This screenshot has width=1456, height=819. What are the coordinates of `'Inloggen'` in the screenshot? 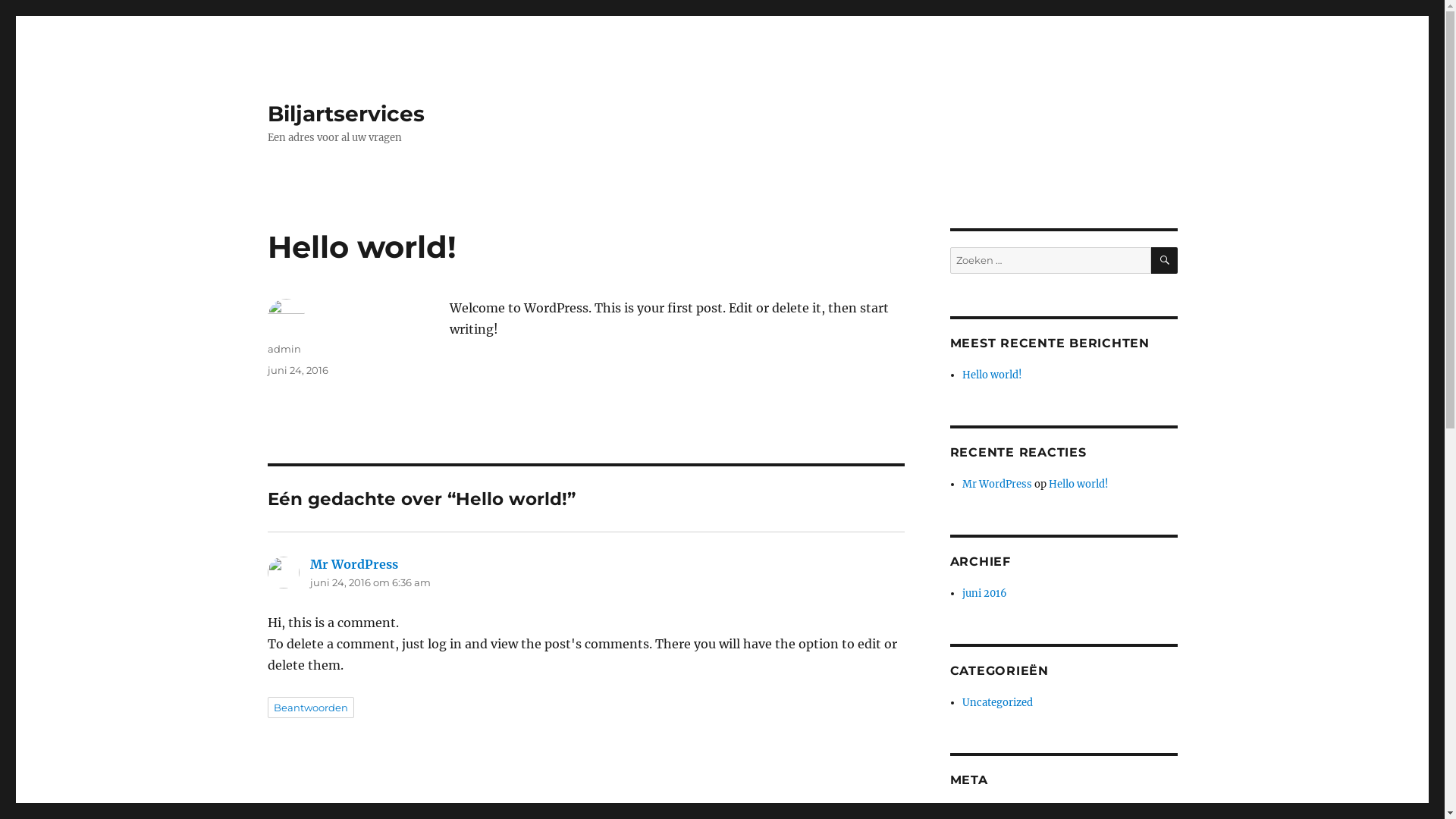 It's located at (961, 811).